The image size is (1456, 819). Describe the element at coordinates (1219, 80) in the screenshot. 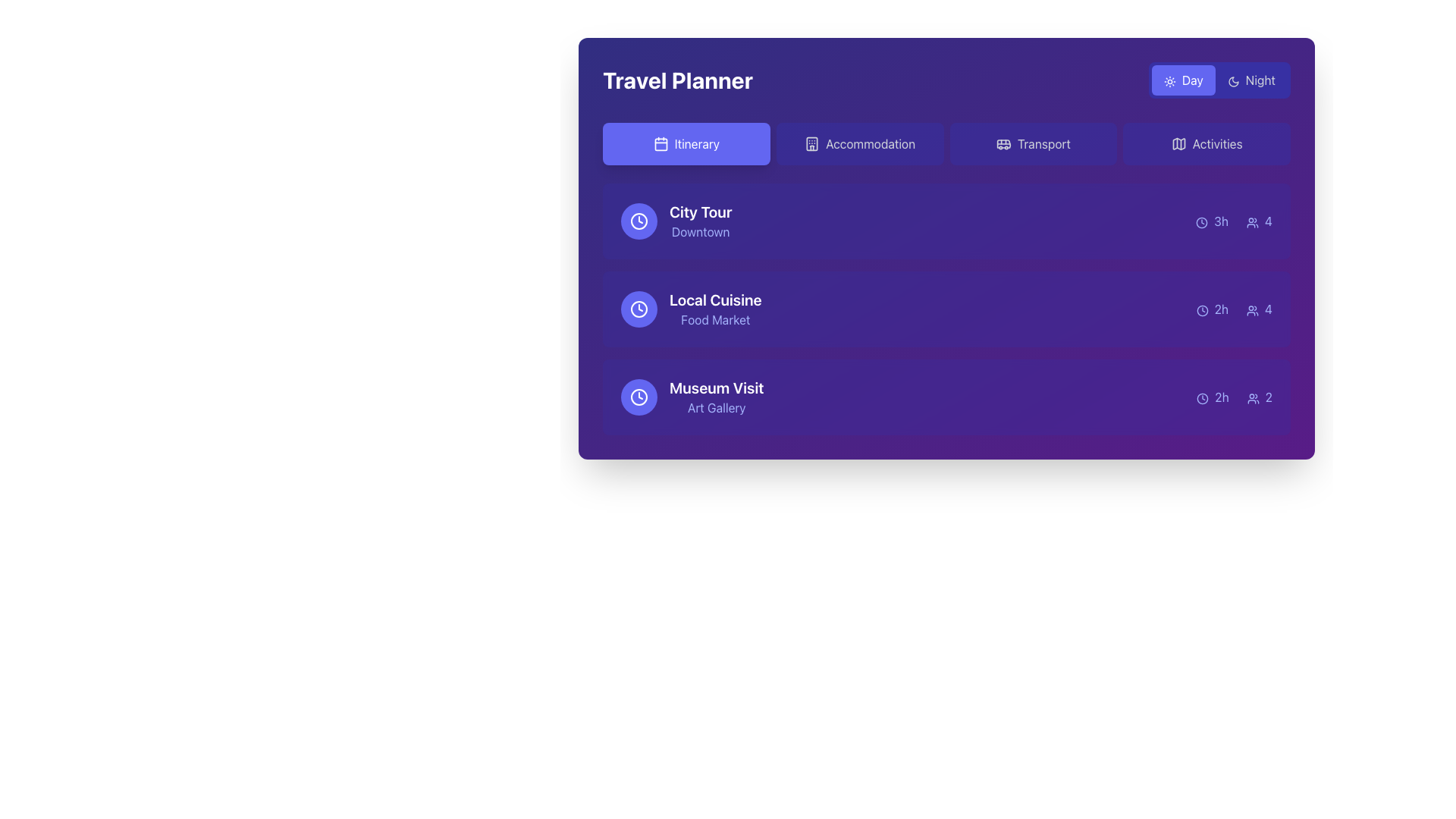

I see `the Toggle Button Group to switch between 'Day' and 'Night' modes` at that location.